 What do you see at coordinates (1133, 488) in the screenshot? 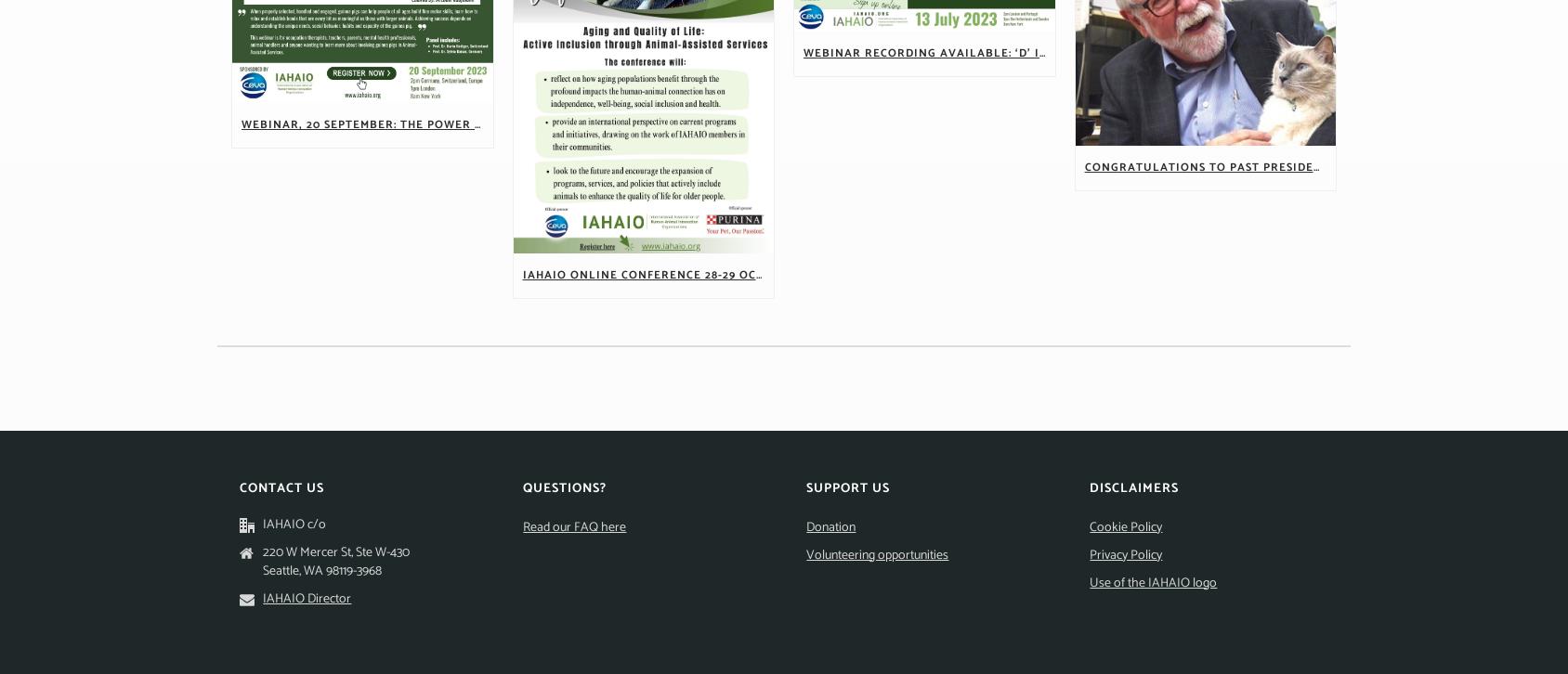
I see `'Disclaimers'` at bounding box center [1133, 488].